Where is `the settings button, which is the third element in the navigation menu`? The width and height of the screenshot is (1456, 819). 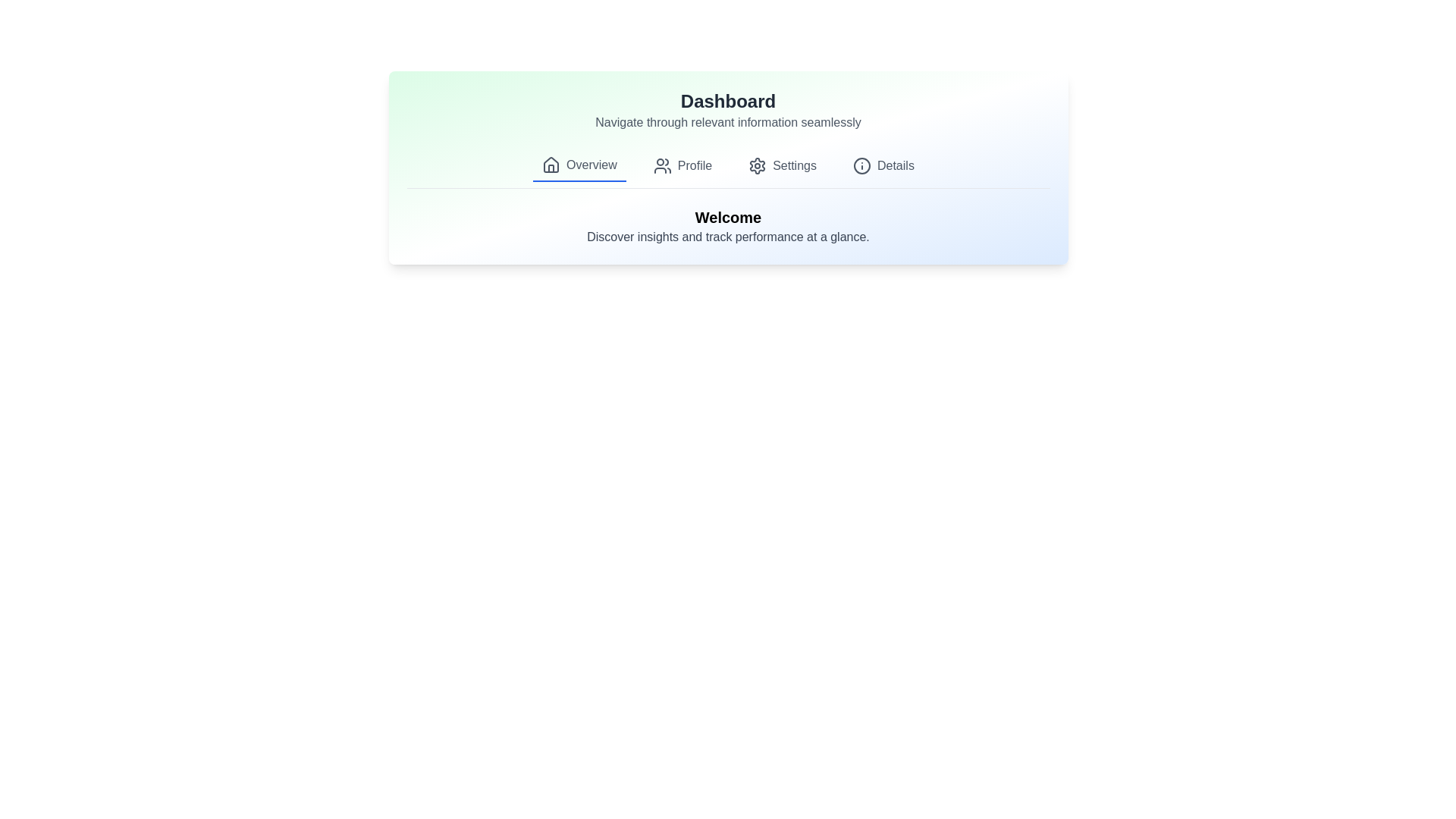
the settings button, which is the third element in the navigation menu is located at coordinates (783, 166).